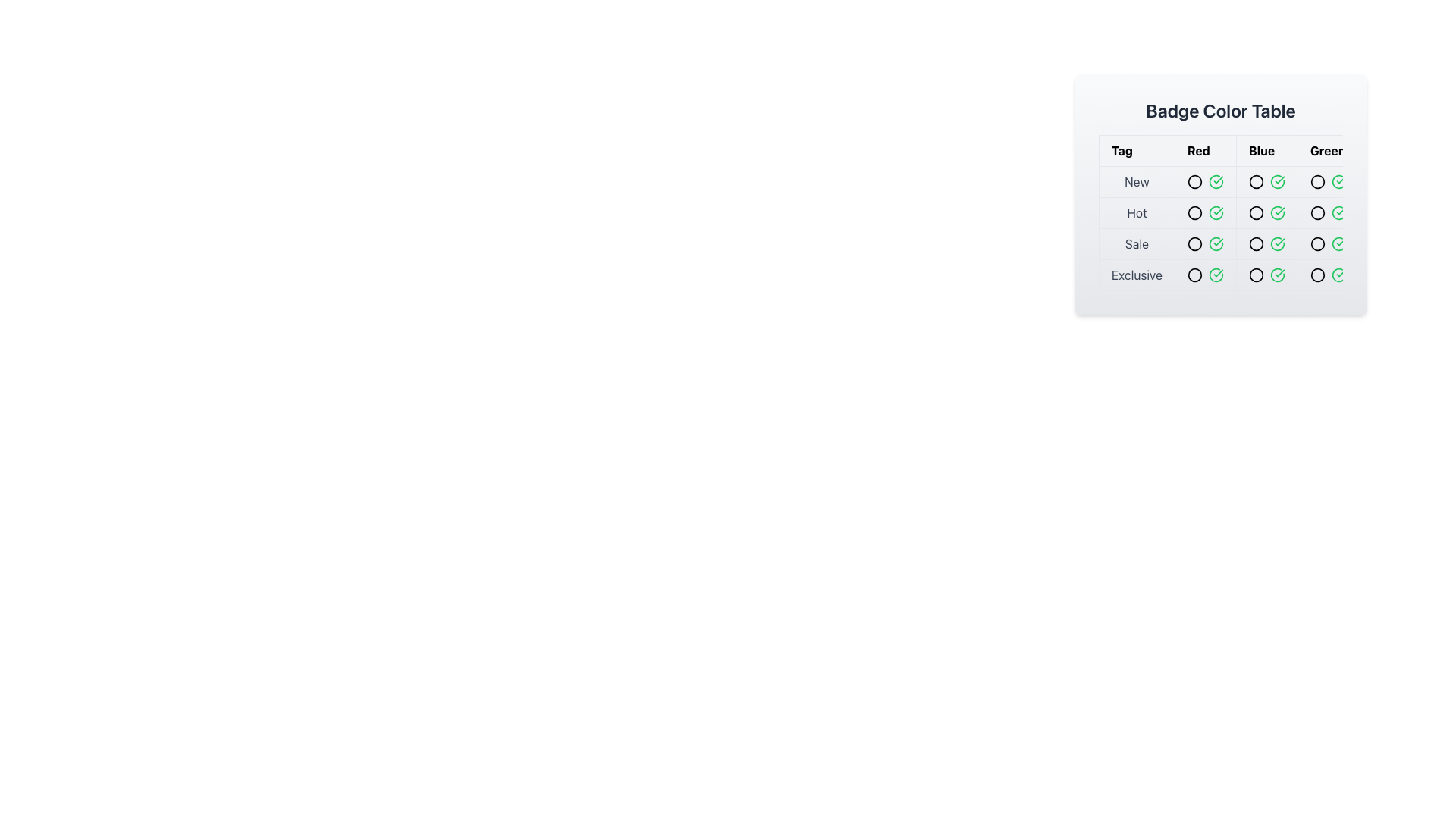  What do you see at coordinates (1327, 180) in the screenshot?
I see `the graphical representation element displaying the status of the 'Greer' badge for the 'New' tag` at bounding box center [1327, 180].